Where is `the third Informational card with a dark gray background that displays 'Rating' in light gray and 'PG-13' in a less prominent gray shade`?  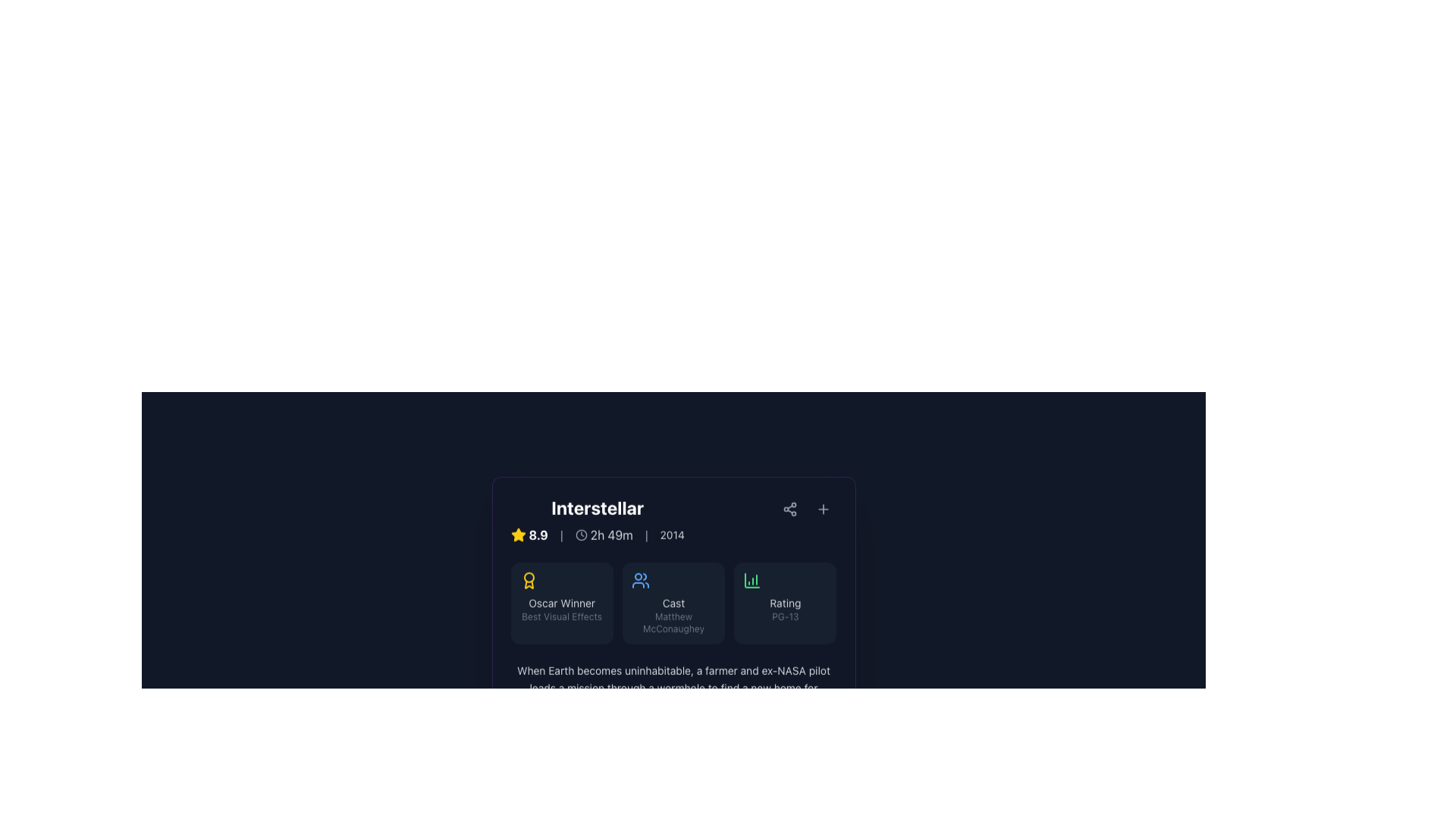 the third Informational card with a dark gray background that displays 'Rating' in light gray and 'PG-13' in a less prominent gray shade is located at coordinates (785, 602).